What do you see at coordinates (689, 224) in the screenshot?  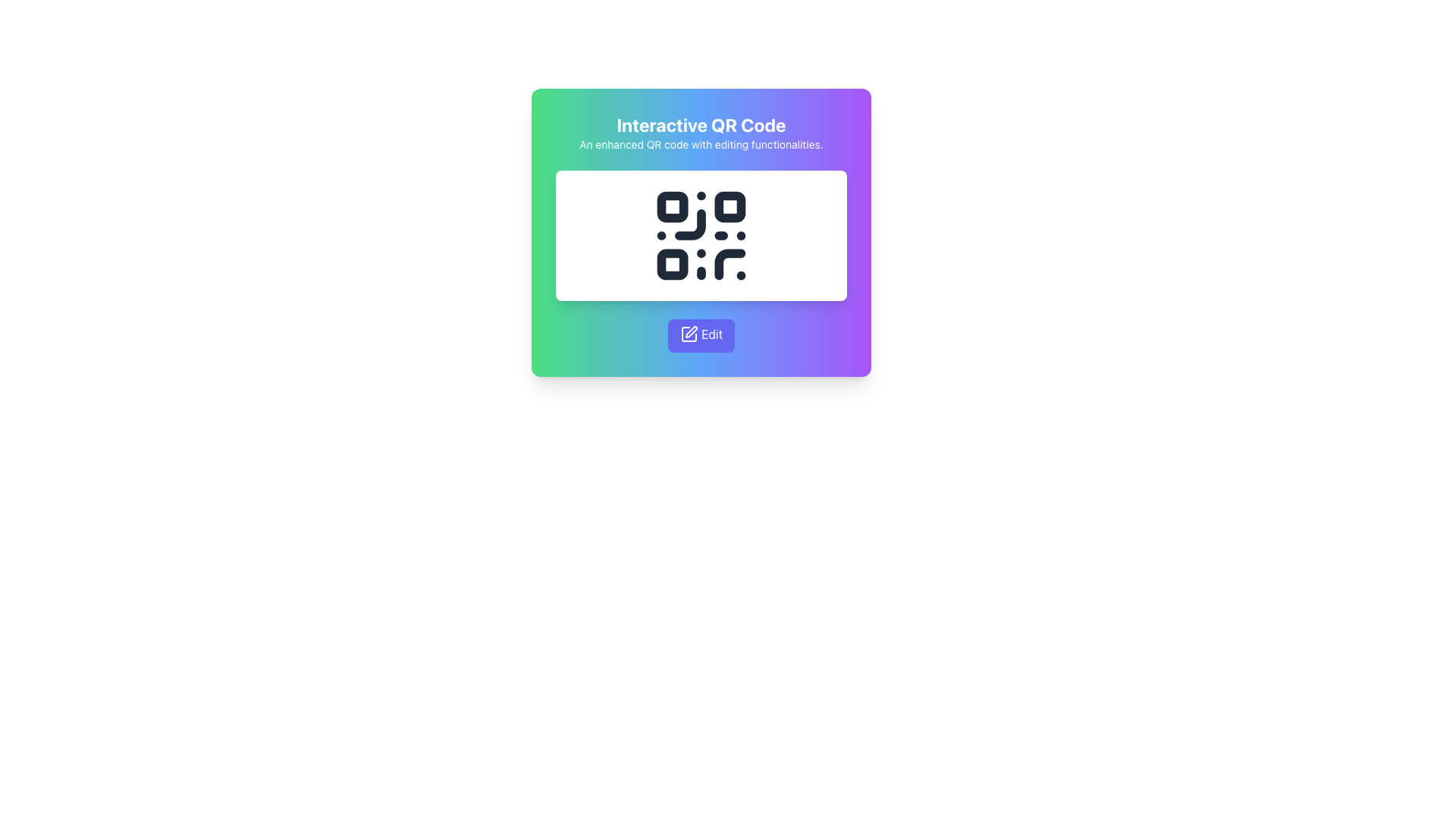 I see `the curved line icon within the QR code graphic, which is styled with a dark fill color against a white background and is located slightly to the top-right of the center of the QR code` at bounding box center [689, 224].